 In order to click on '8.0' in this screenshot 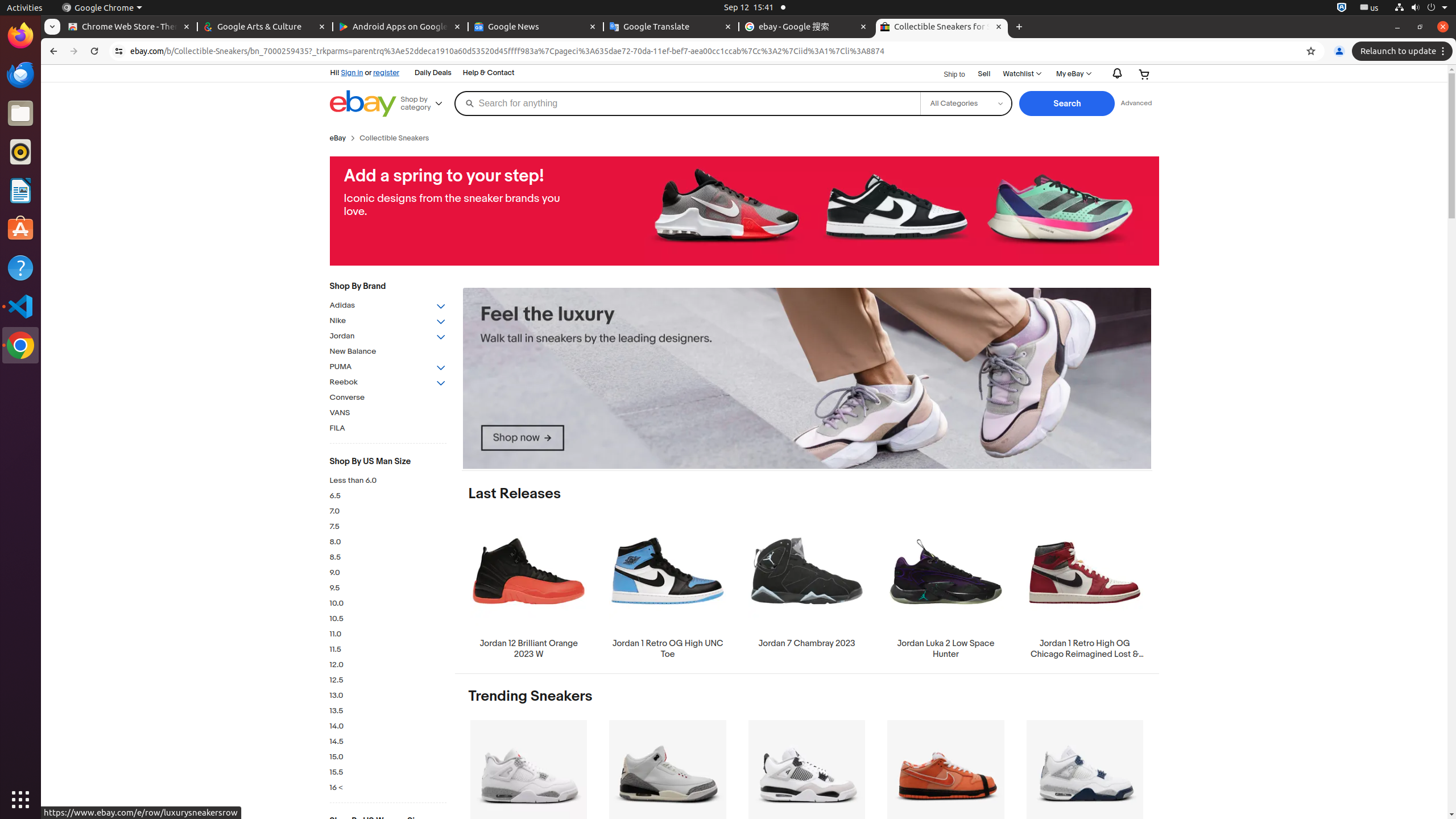, I will do `click(387, 542)`.